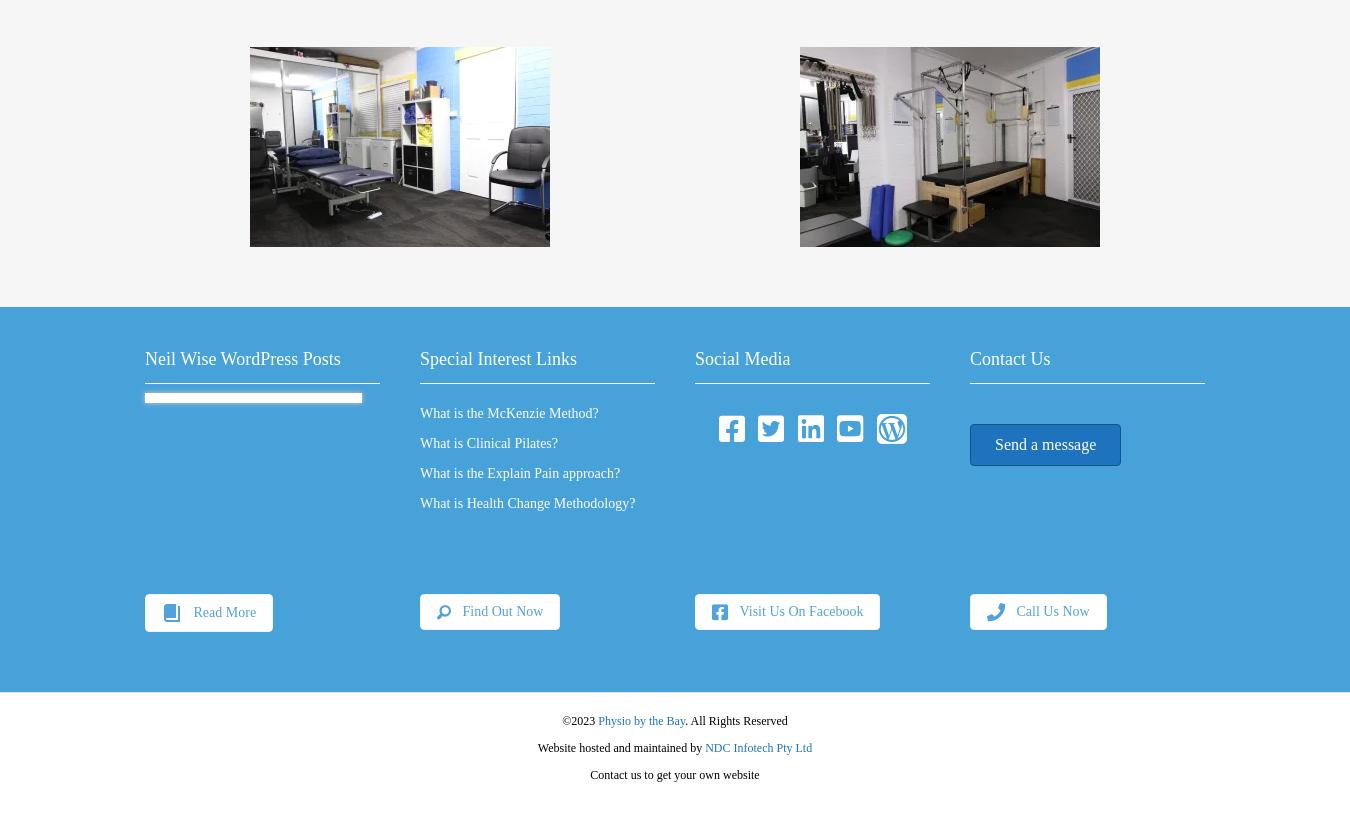 The height and width of the screenshot is (814, 1350). Describe the element at coordinates (1008, 358) in the screenshot. I see `'Contact Us'` at that location.